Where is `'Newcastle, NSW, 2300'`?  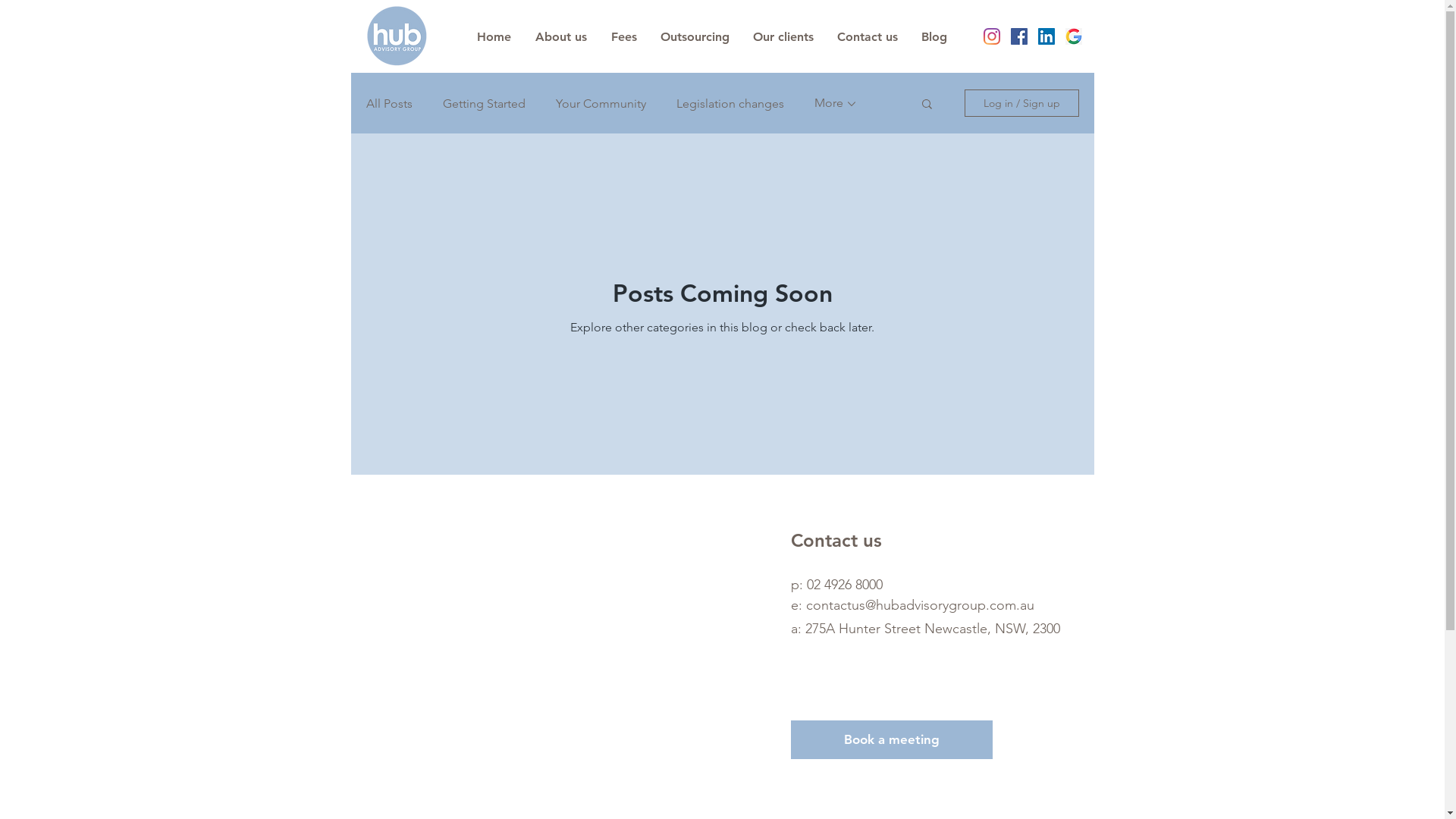 'Newcastle, NSW, 2300' is located at coordinates (923, 629).